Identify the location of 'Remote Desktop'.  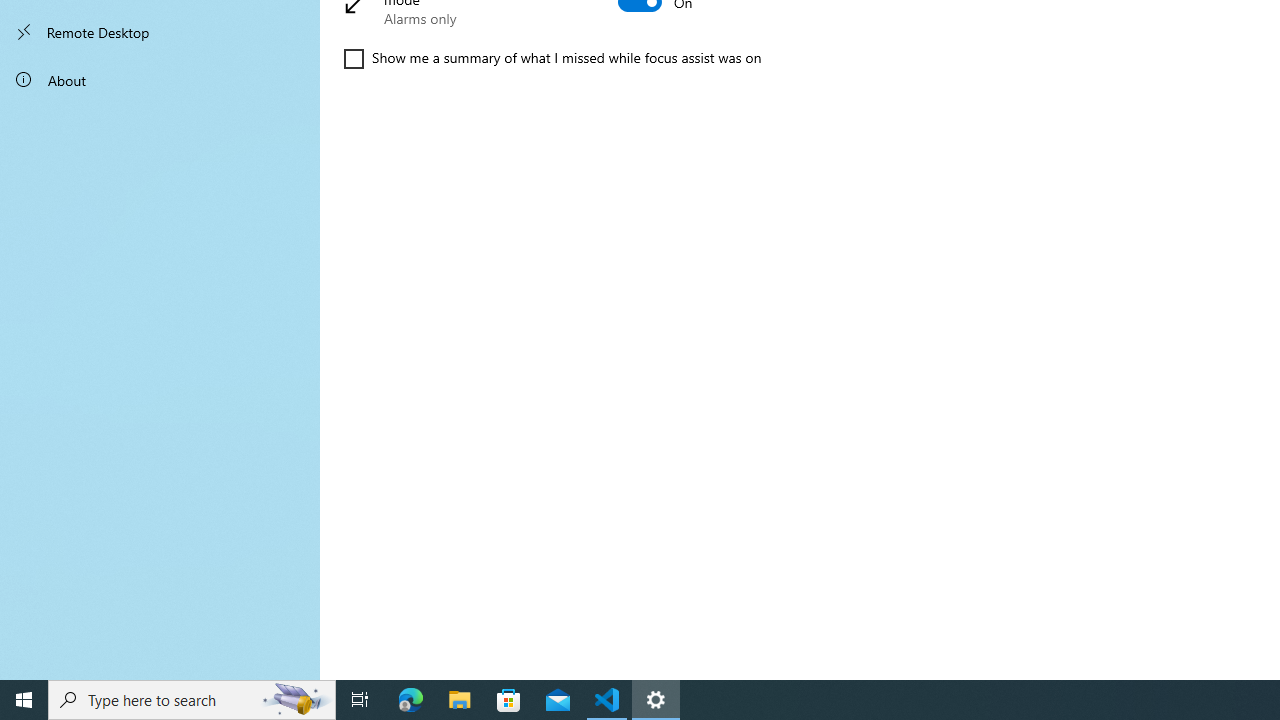
(160, 32).